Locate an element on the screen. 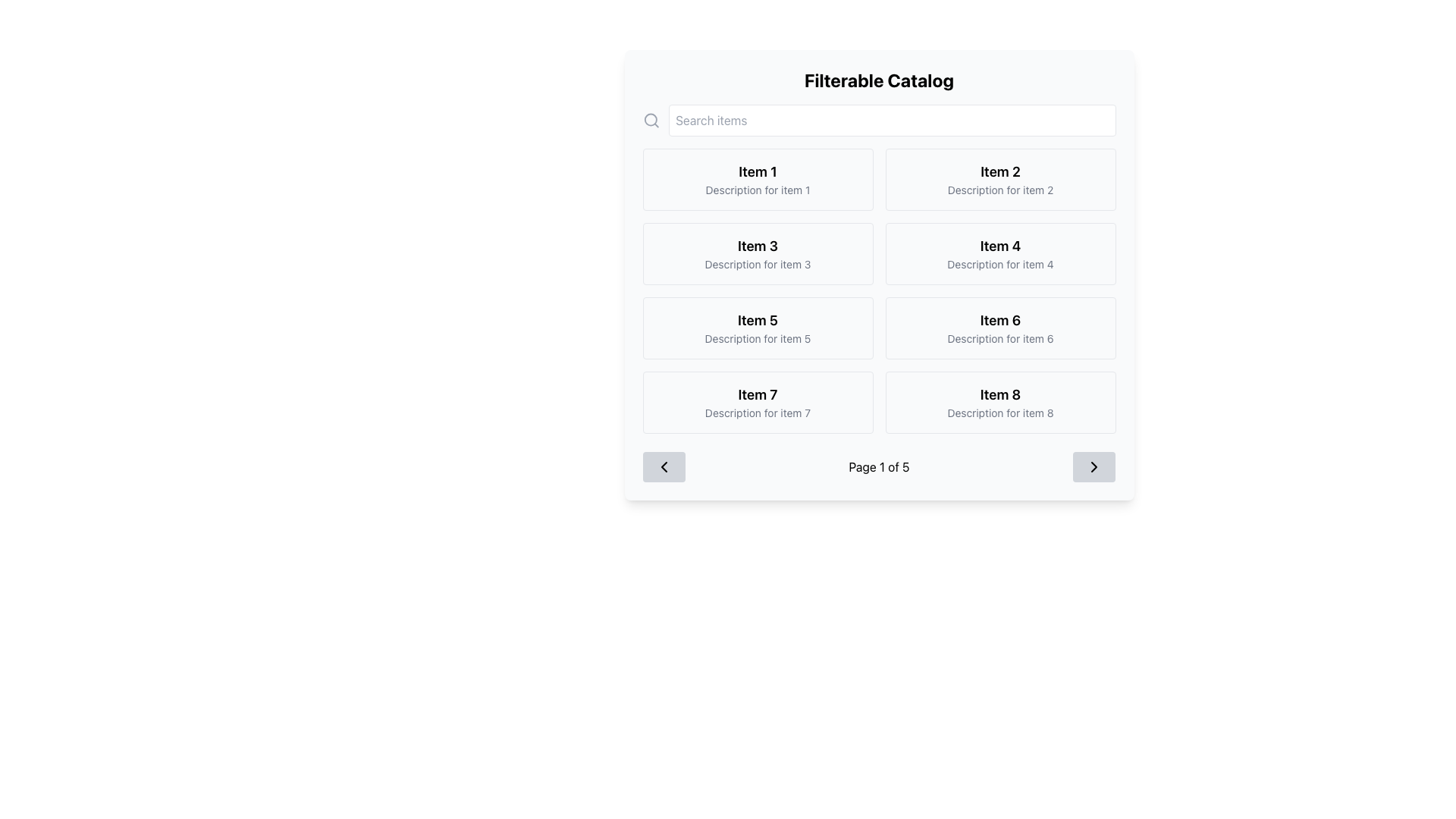  the left-facing arrow button with a light gray background located in the navigation panel at the bottom center of the interface to go to the previous page is located at coordinates (664, 466).